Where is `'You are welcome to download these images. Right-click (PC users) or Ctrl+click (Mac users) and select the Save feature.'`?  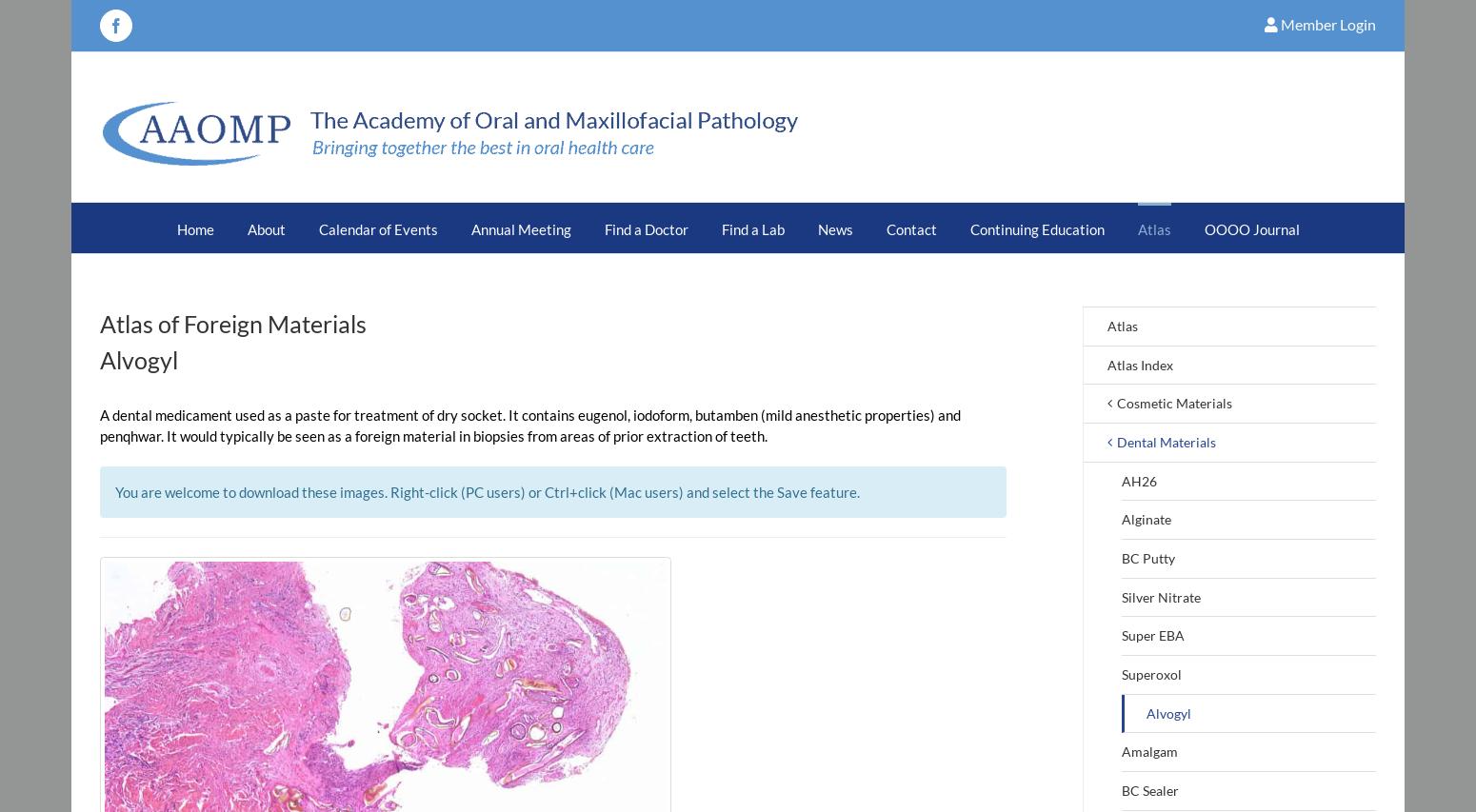
'You are welcome to download these images. Right-click (PC users) or Ctrl+click (Mac users) and select the Save feature.' is located at coordinates (486, 490).